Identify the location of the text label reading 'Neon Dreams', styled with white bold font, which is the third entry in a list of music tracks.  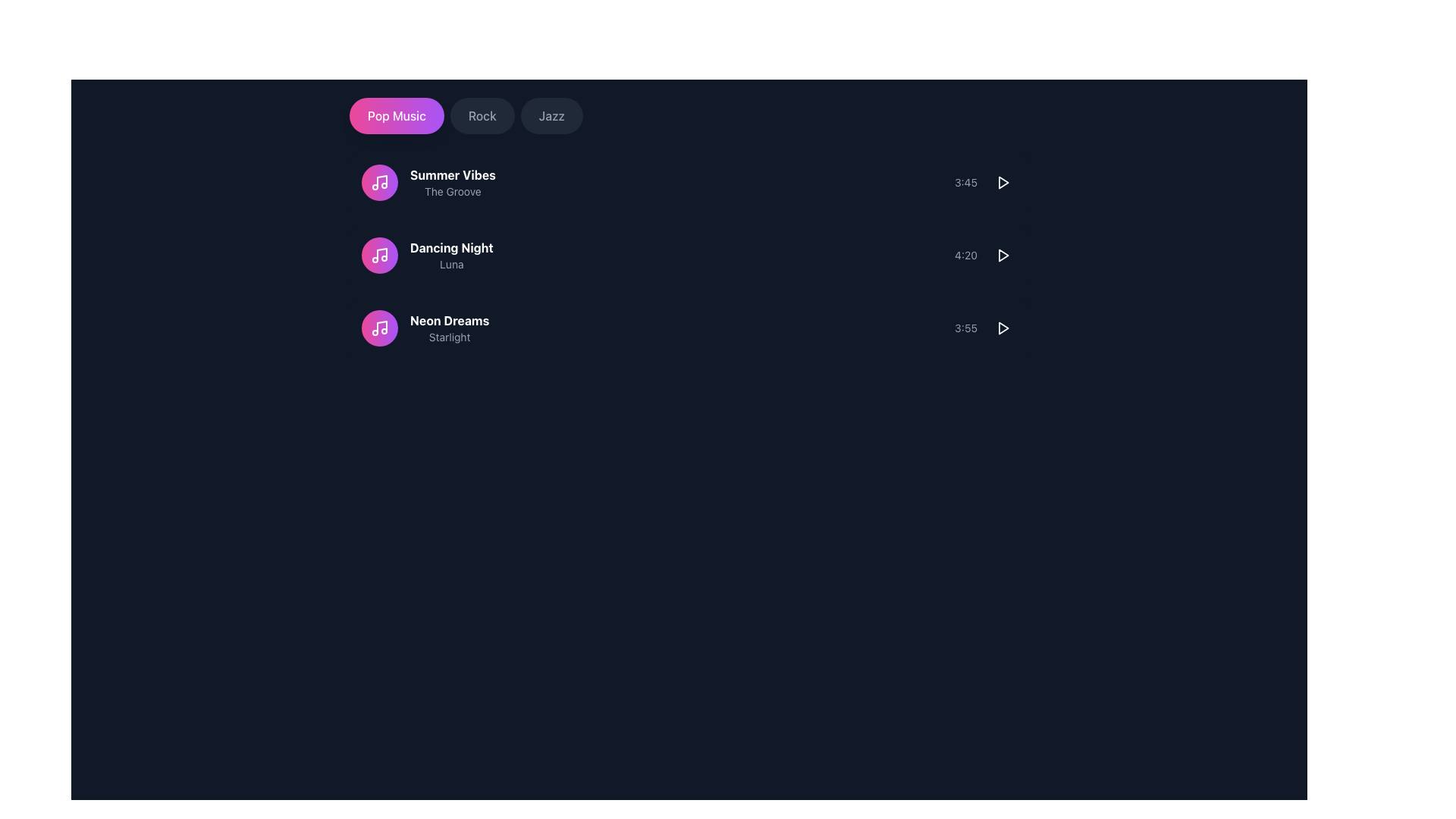
(449, 320).